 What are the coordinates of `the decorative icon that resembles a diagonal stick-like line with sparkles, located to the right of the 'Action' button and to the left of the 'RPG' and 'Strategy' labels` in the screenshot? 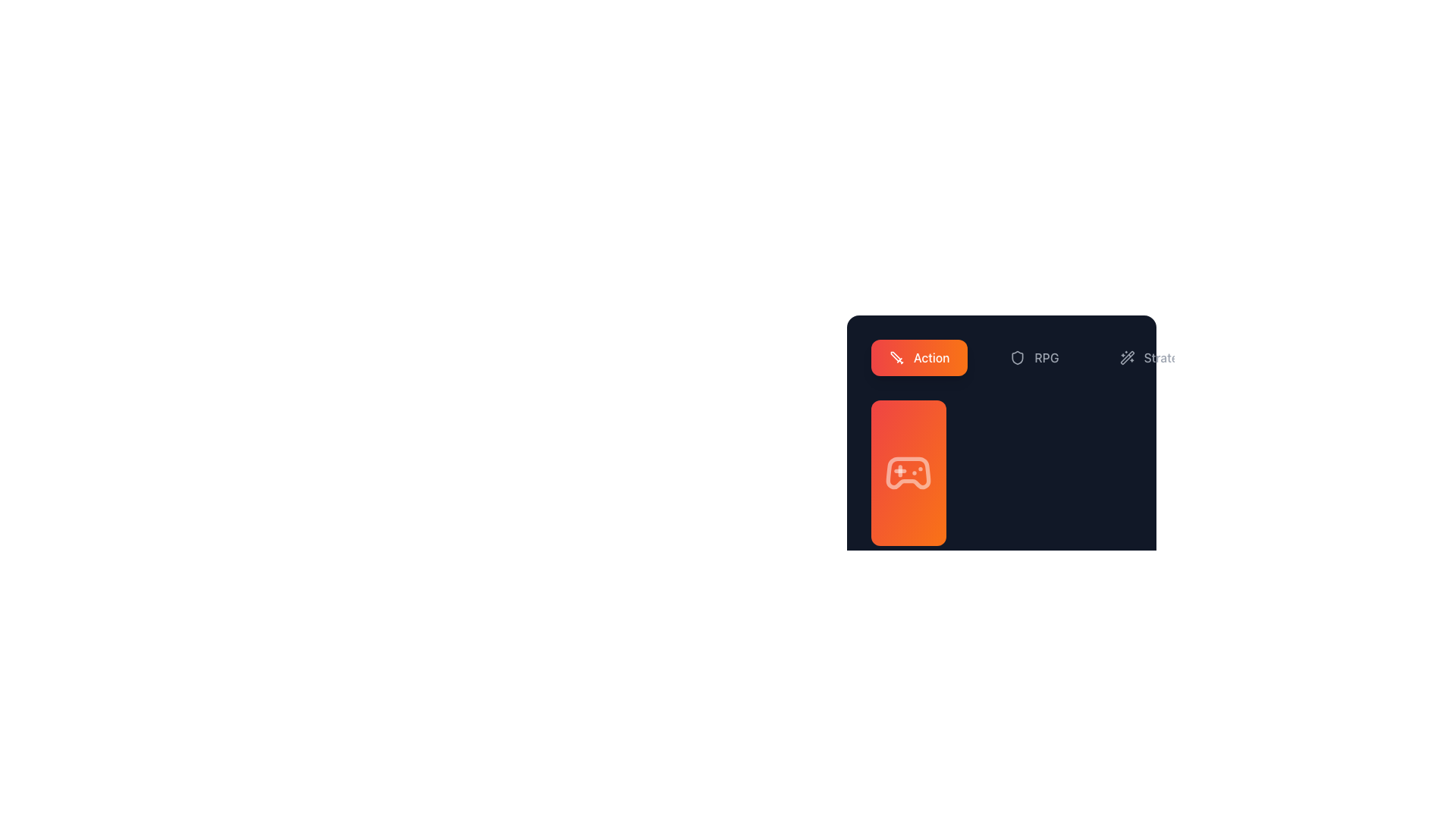 It's located at (1127, 357).